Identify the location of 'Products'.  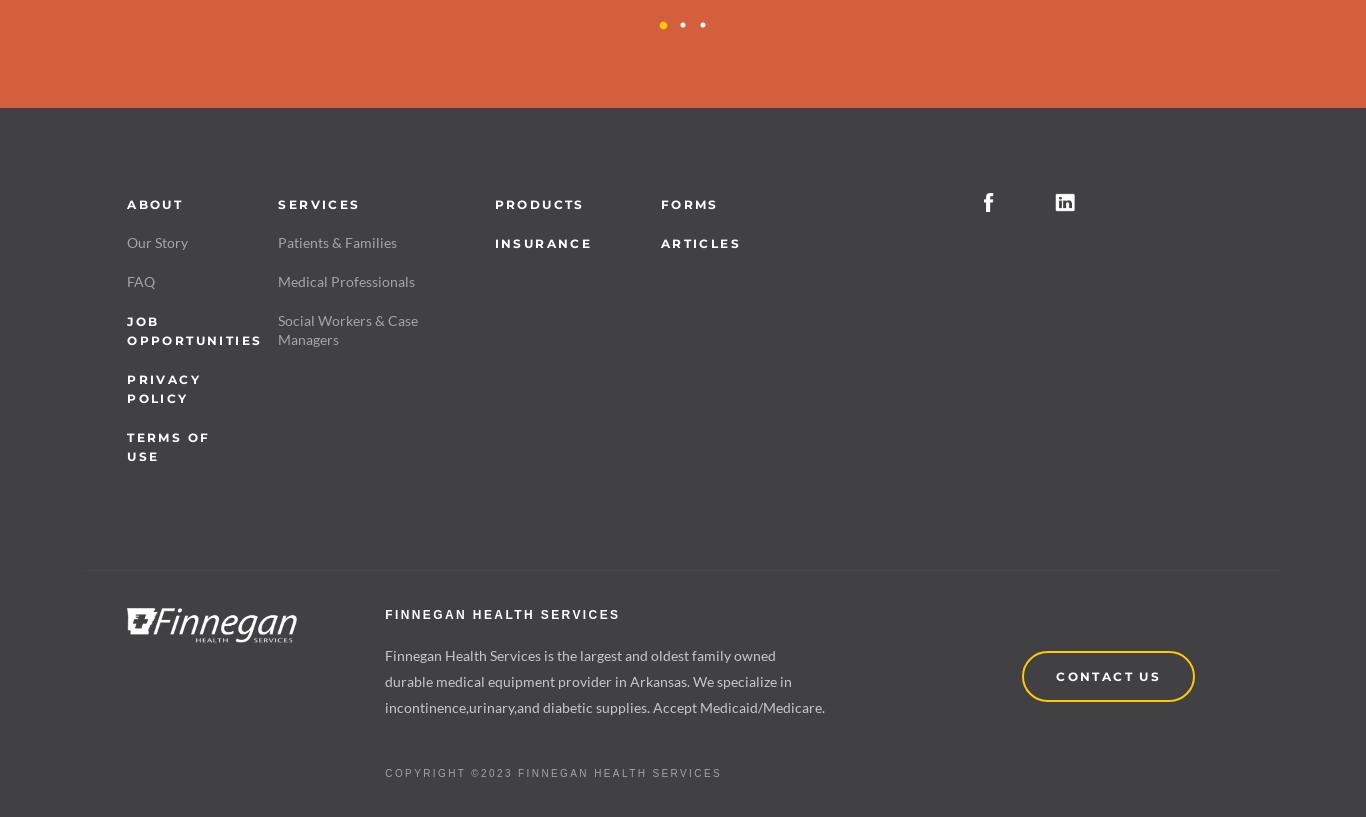
(539, 202).